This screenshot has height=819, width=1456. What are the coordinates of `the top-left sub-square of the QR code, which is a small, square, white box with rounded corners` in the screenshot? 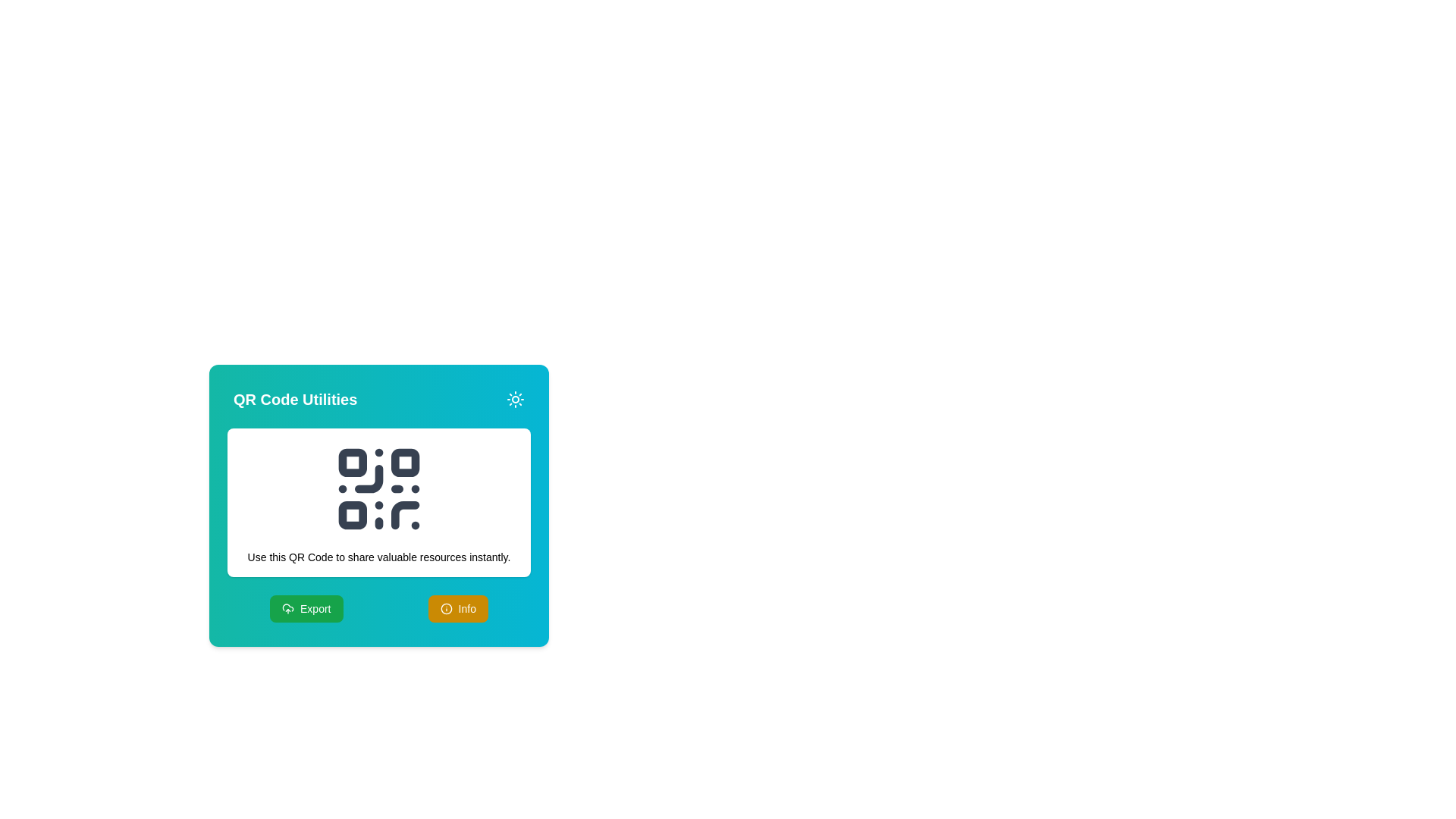 It's located at (352, 462).